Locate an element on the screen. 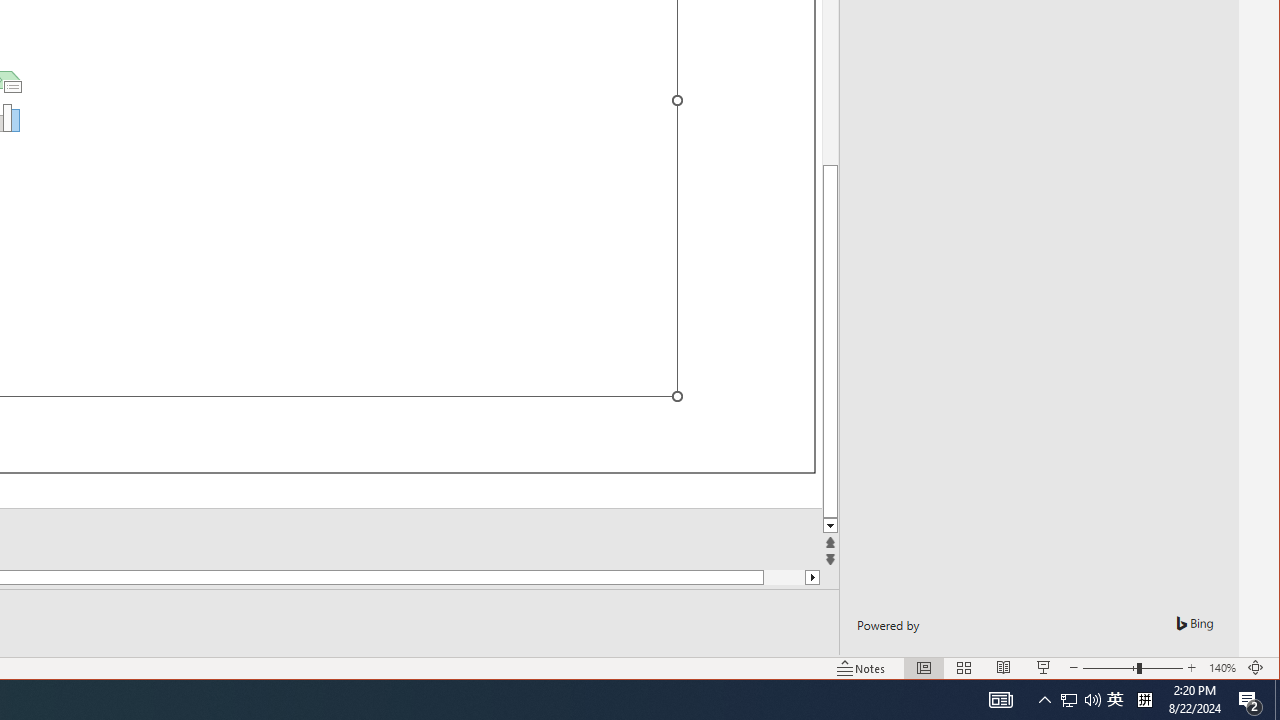 Image resolution: width=1280 pixels, height=720 pixels. 'Line down' is located at coordinates (830, 525).